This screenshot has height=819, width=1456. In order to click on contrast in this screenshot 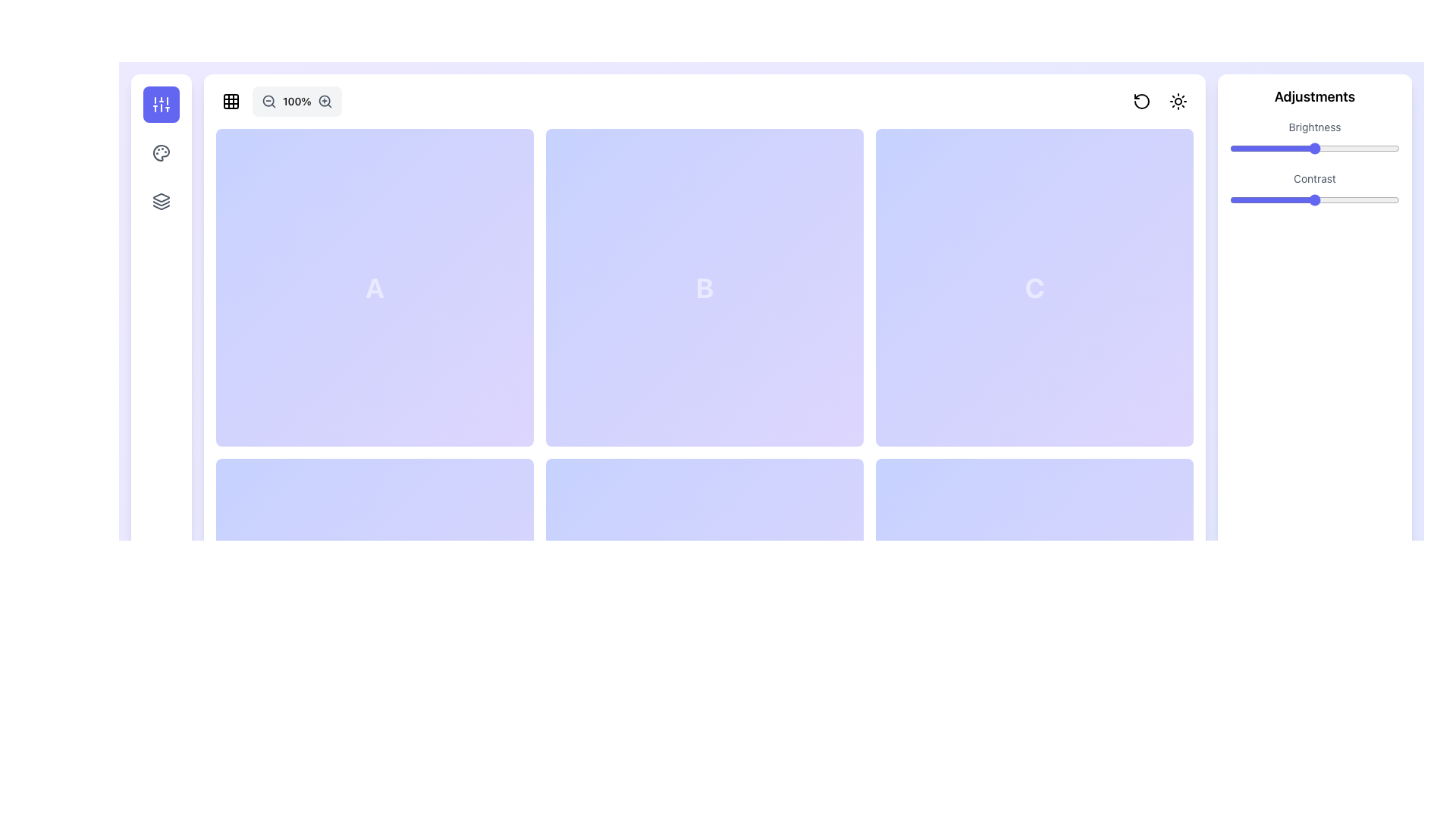, I will do `click(1235, 199)`.